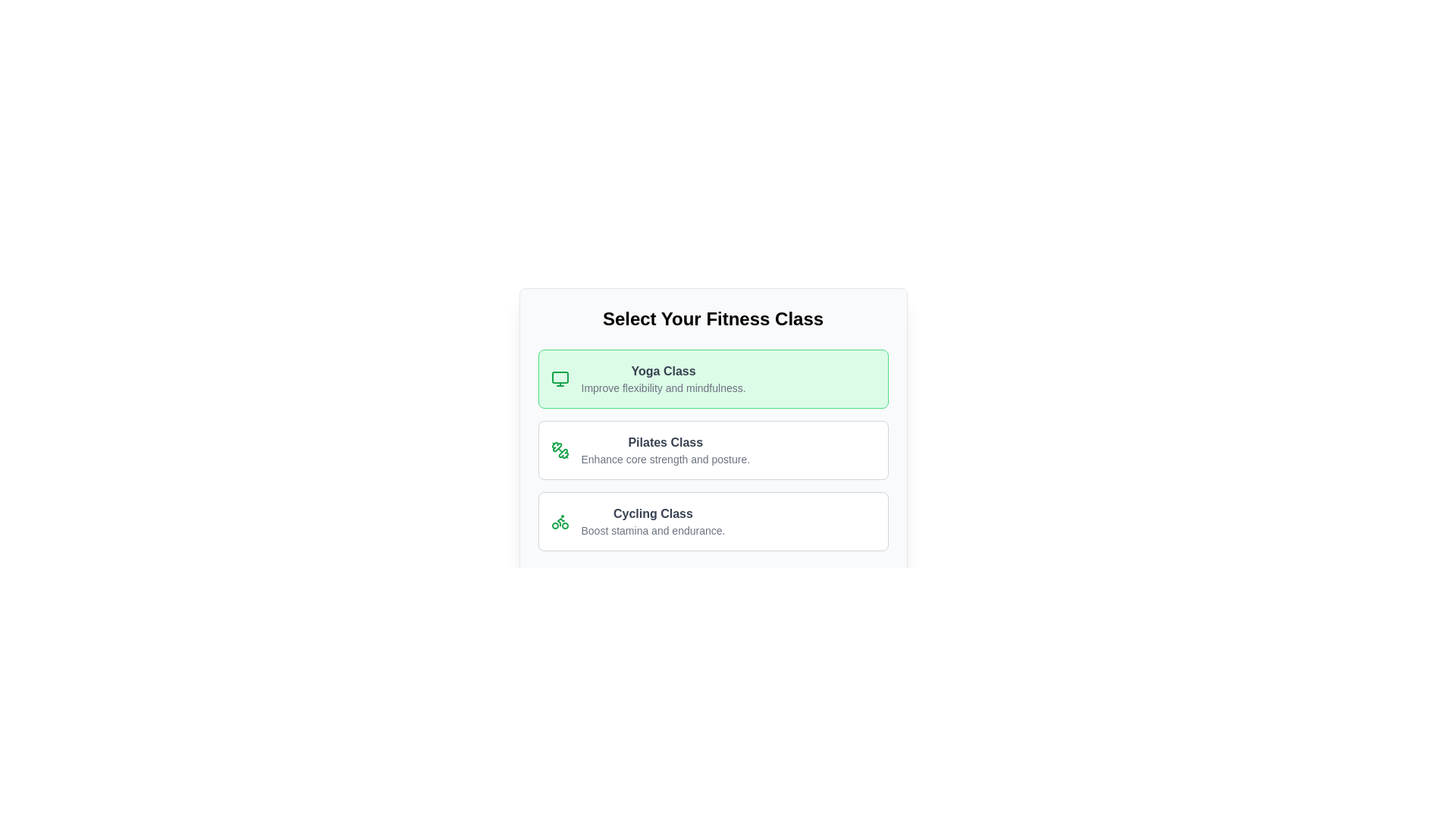 The width and height of the screenshot is (1456, 819). What do you see at coordinates (712, 450) in the screenshot?
I see `the interactive card representing the Pilates class, which is the second card in a list of three fitness class cards` at bounding box center [712, 450].